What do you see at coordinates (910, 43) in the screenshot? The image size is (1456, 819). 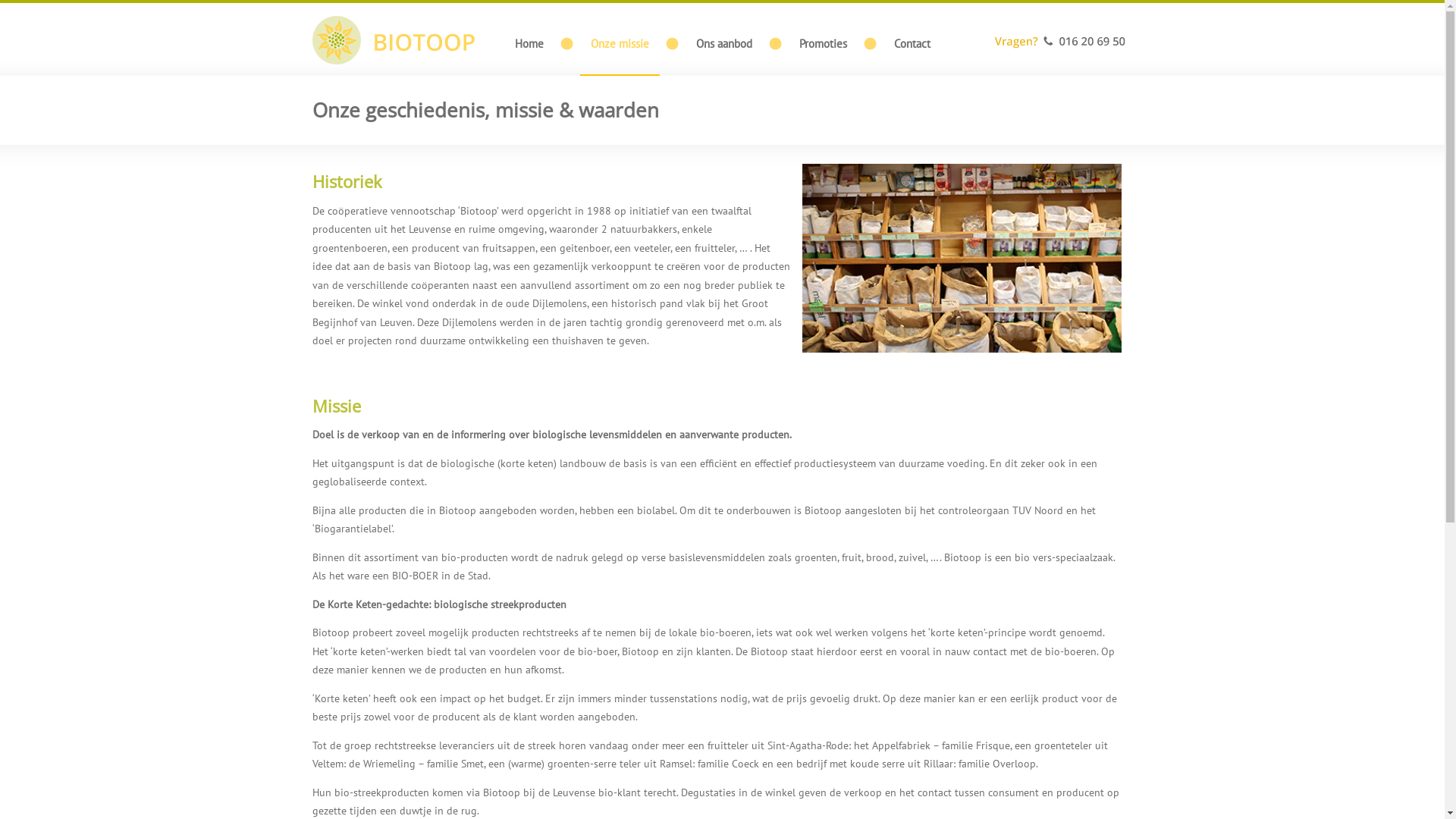 I see `'Contact'` at bounding box center [910, 43].